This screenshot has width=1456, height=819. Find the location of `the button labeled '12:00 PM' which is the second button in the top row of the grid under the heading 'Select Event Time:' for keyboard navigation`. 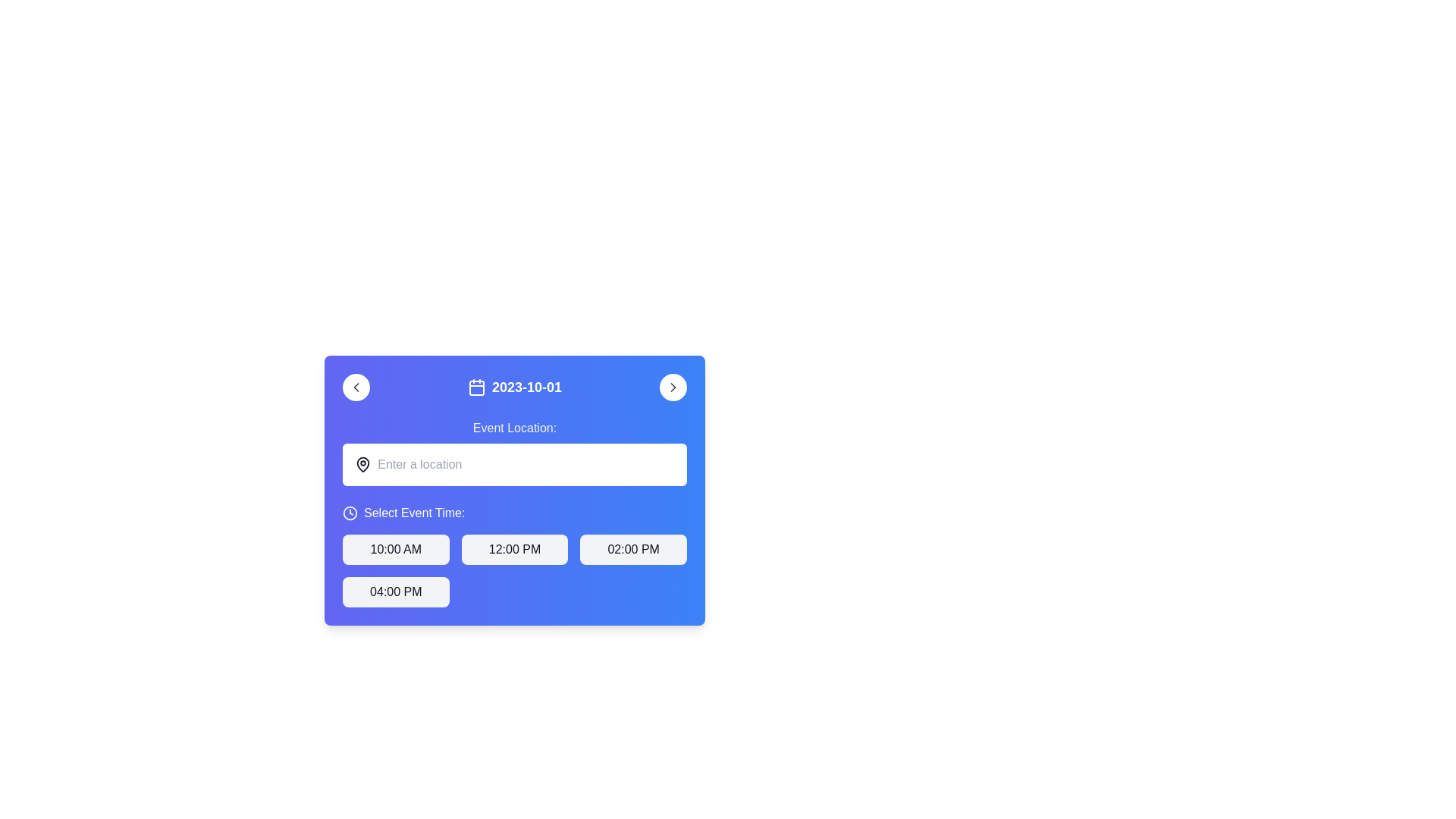

the button labeled '12:00 PM' which is the second button in the top row of the grid under the heading 'Select Event Time:' for keyboard navigation is located at coordinates (514, 555).